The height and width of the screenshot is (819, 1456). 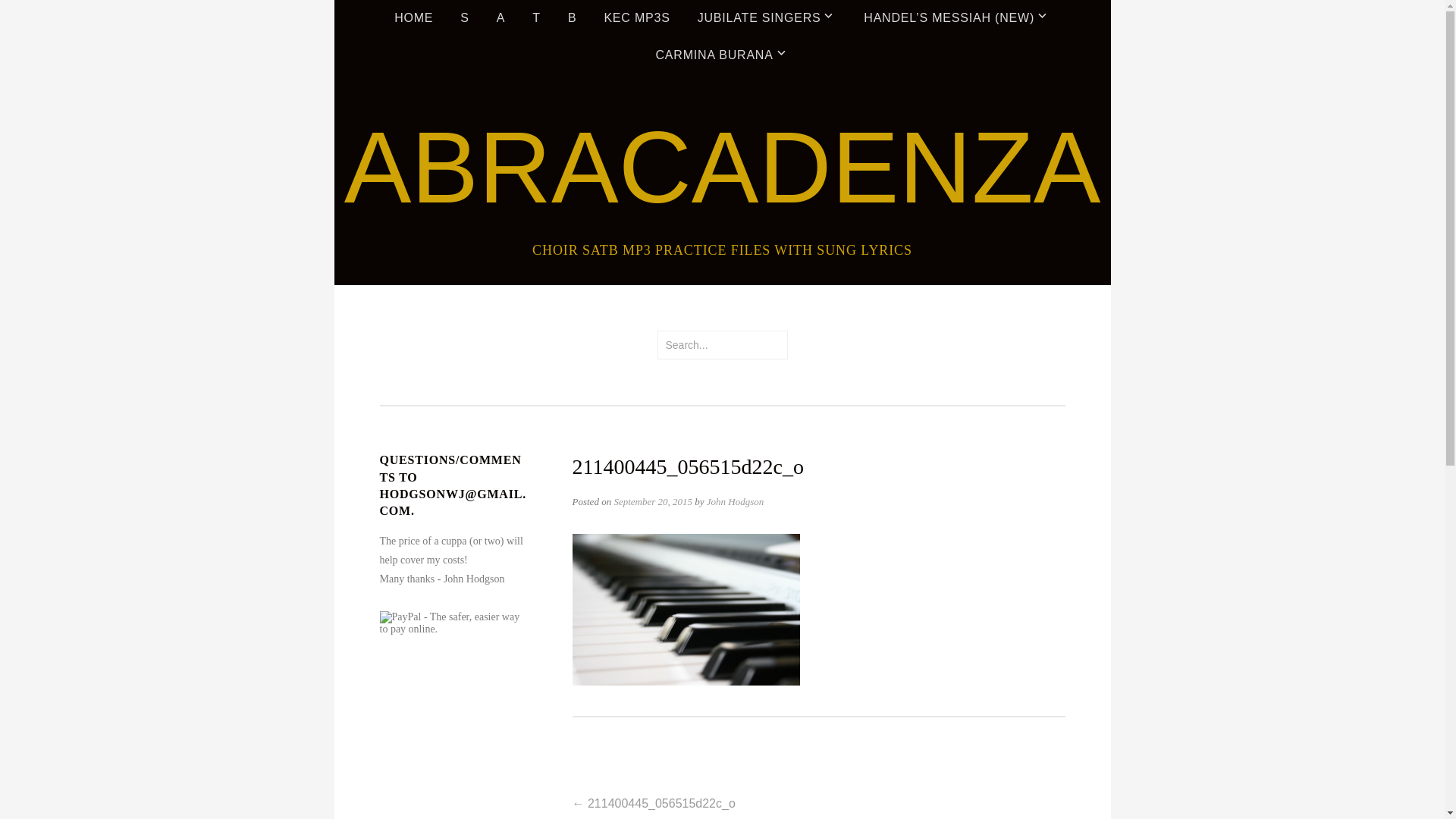 I want to click on 'September 20, 2015', so click(x=652, y=501).